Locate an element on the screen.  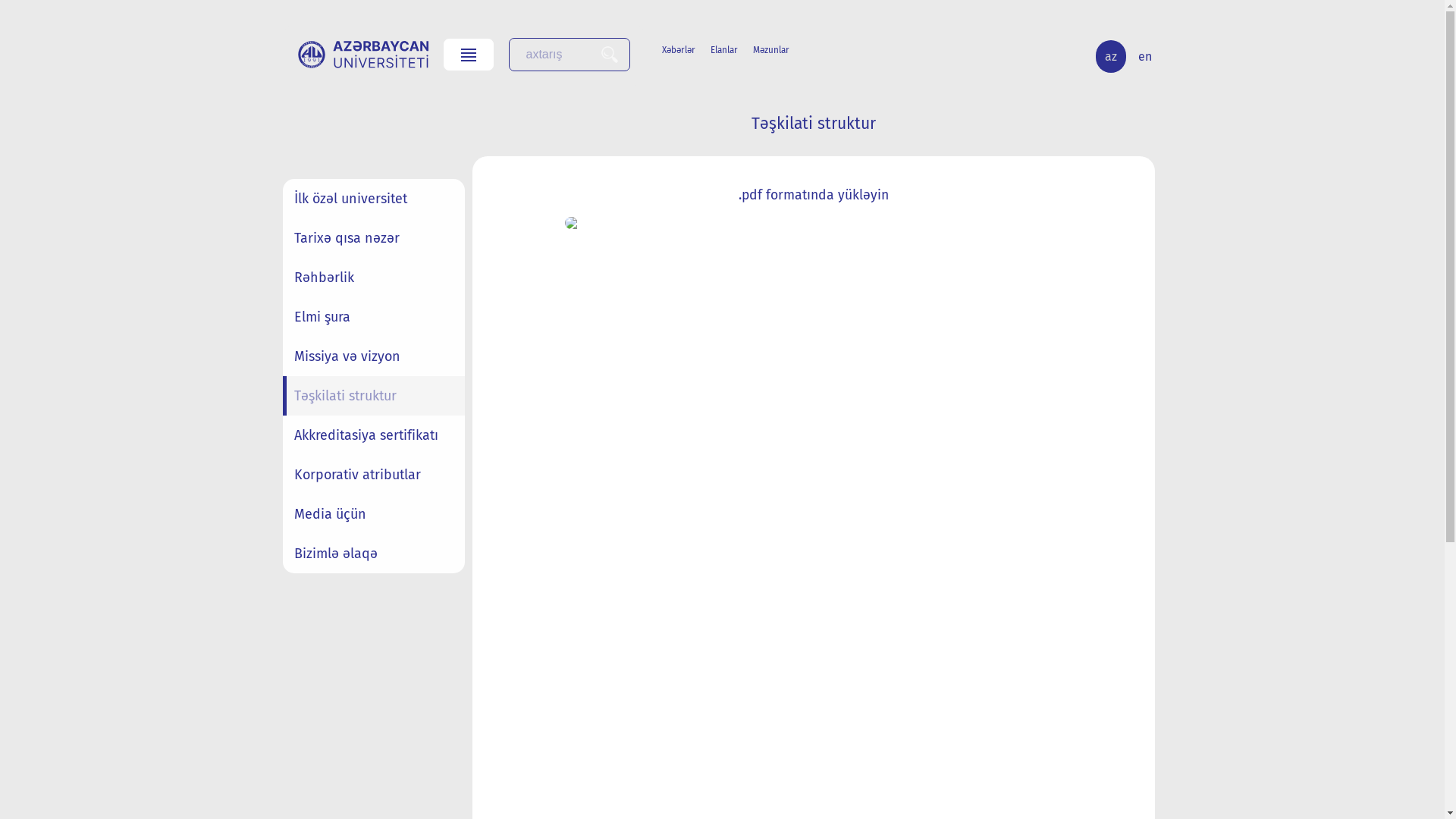
'en' is located at coordinates (1128, 55).